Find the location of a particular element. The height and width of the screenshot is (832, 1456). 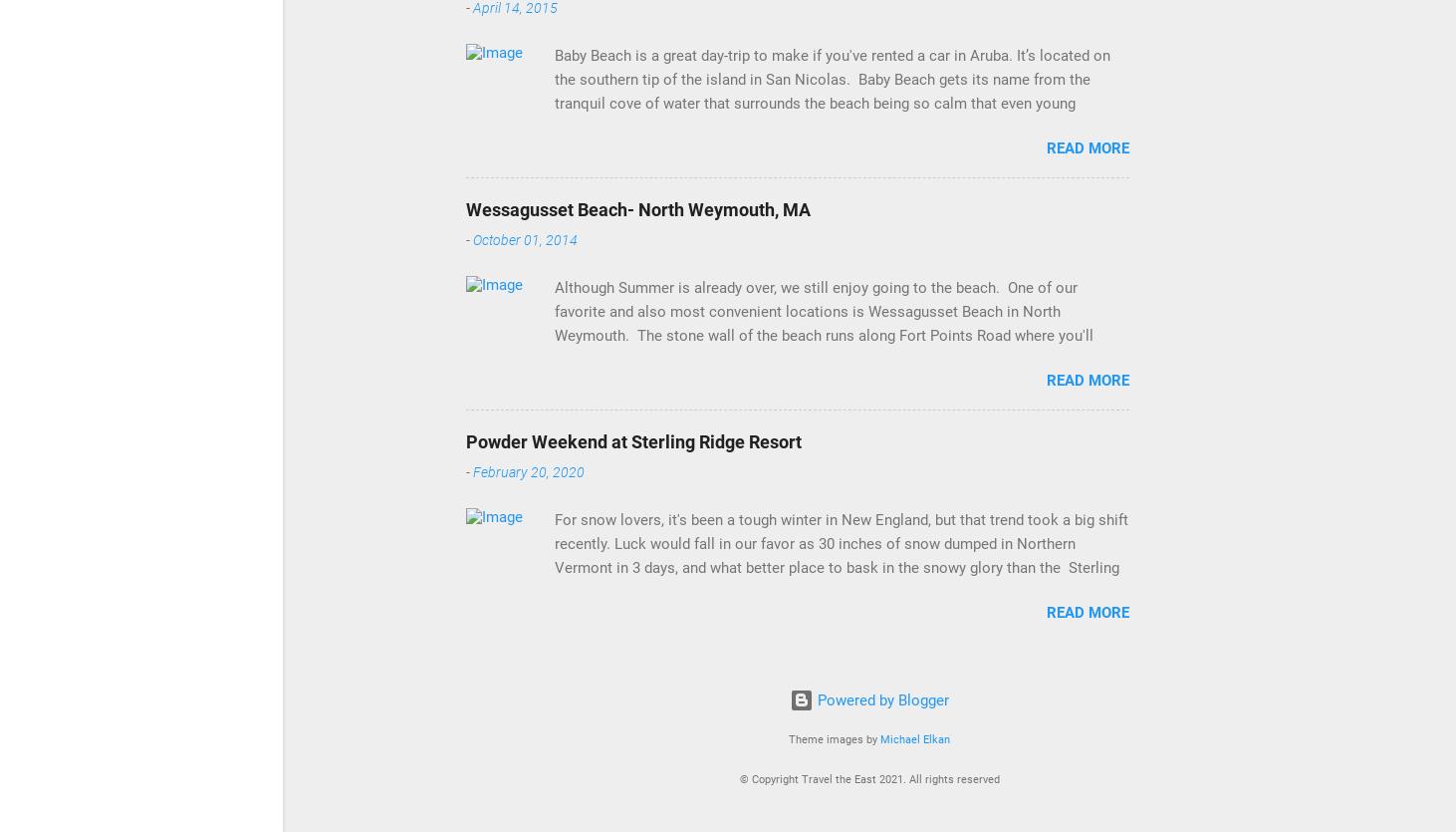

'Baby Beach  is a great day-trip to make if you've rented a car in Aruba. It’s located on the southern tip of the island in San Nicolas.  Baby Beach gets its name from the tranquil cove of water that surrounds the beach being so calm that even young children are safe to swim in it.            The drive down from the hotel area  takes around 40 minutes. It’s a fun ride down stopping at the shops in Oranjestad or checking out one of the more local restaurants once you get south of the airport. Directions in Aruba are pretty easy to follow. There are only a few highway-type roads and because it’s a small island, you can usually find the water as a point of reference if you get off-route.          Baby beach definitely has a unique look to it, as the rough ocean flows into a protected, horseshoe shaped cove where everyone swims around.  Because there are only a few hotels nearby, the beach has a local flair. However you’ll see plenty of tourists and guided tours as well. There are als' is located at coordinates (838, 186).